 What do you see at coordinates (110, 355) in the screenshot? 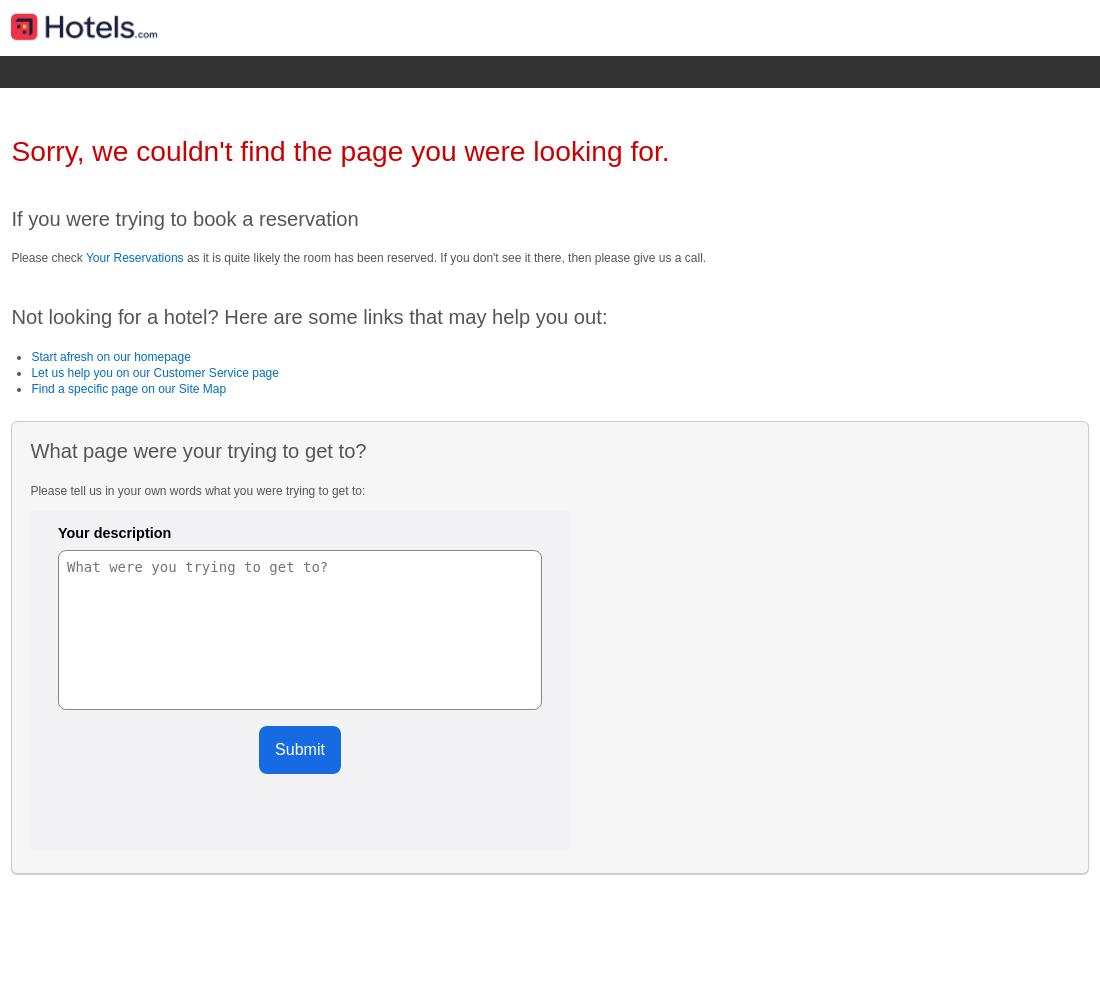
I see `'Start afresh on our homepage'` at bounding box center [110, 355].